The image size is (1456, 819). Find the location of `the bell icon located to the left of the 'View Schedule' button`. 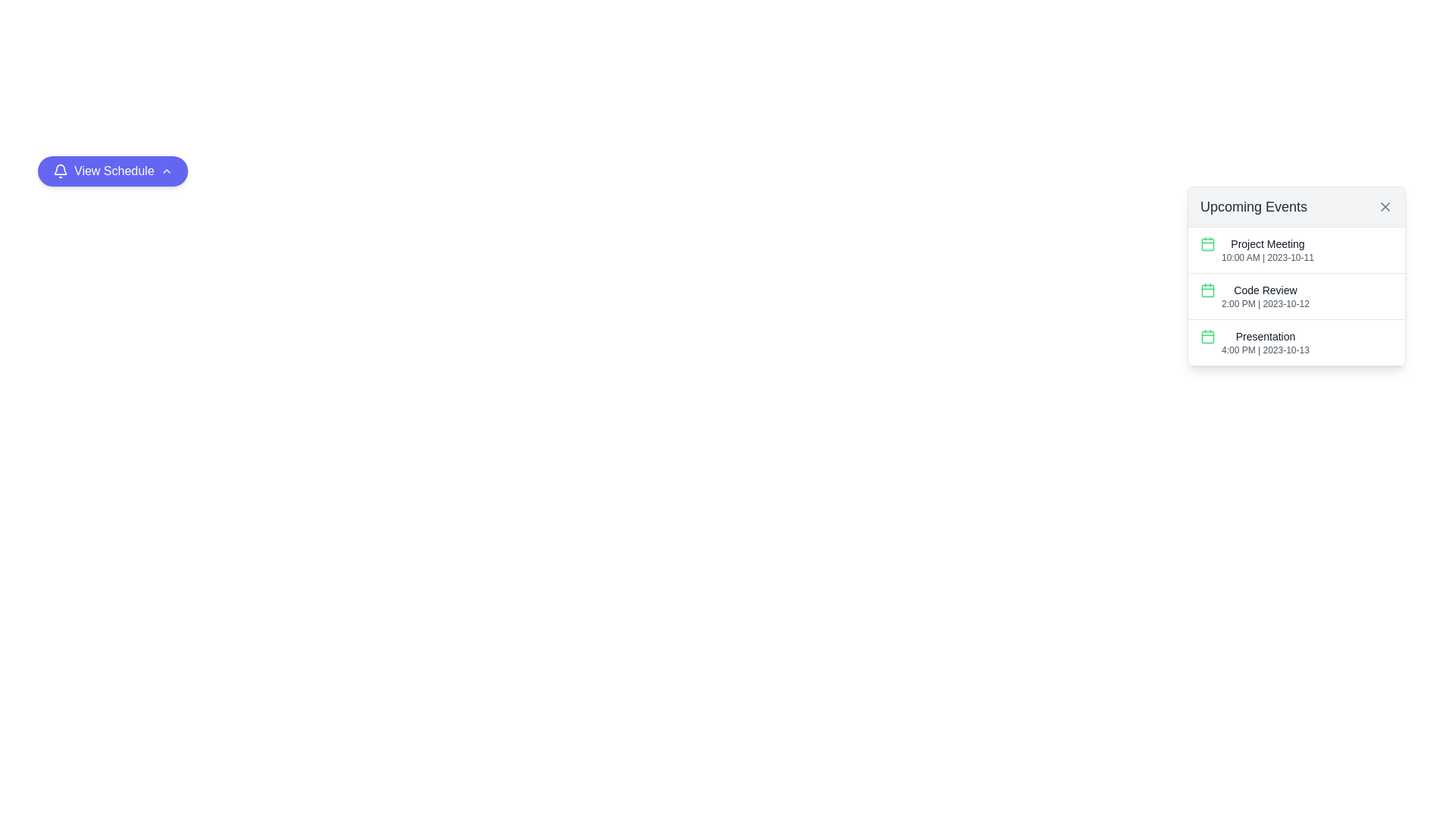

the bell icon located to the left of the 'View Schedule' button is located at coordinates (61, 169).